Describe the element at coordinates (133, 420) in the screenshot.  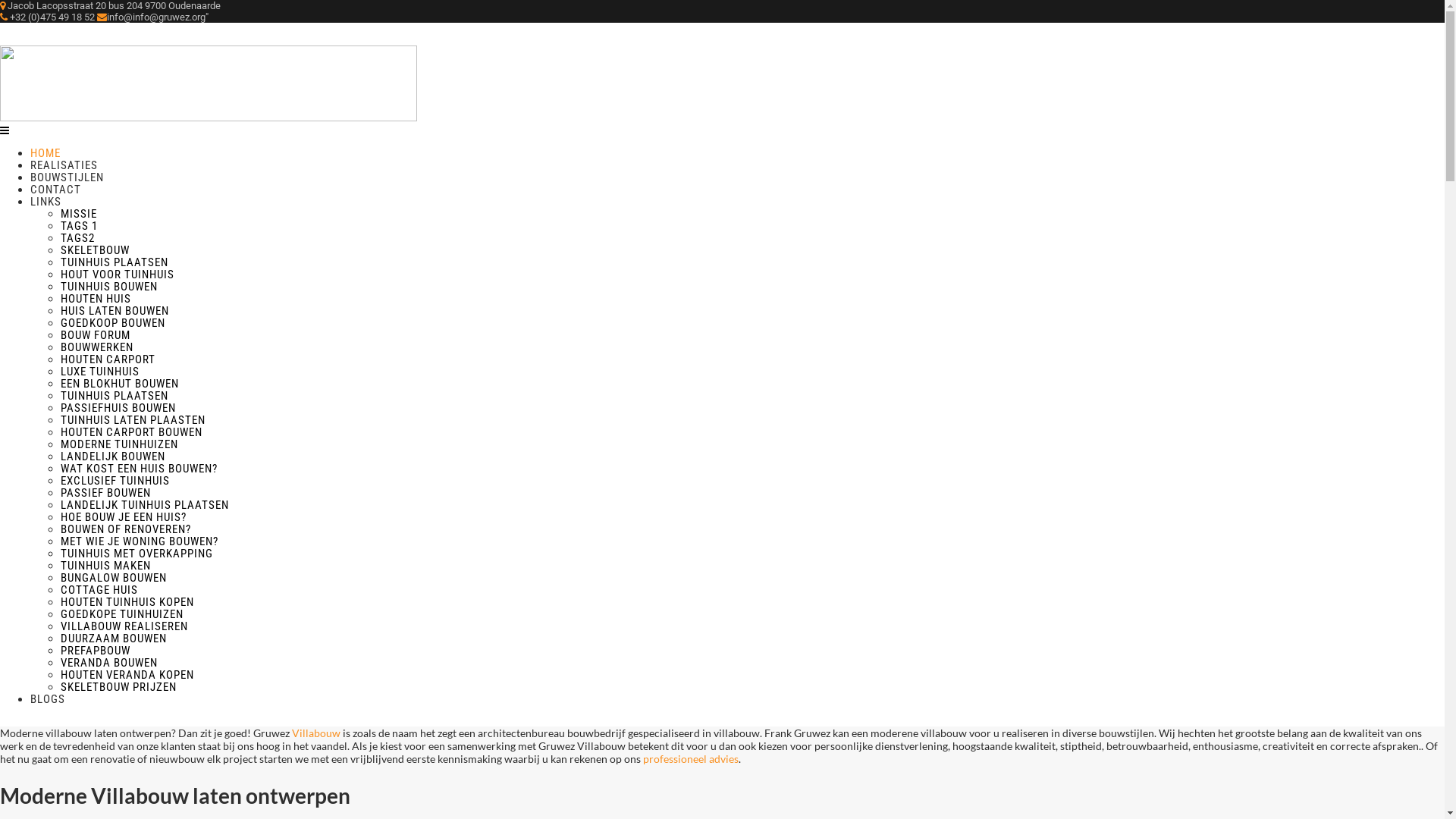
I see `'TUINHUIS LATEN PLAASTEN'` at that location.